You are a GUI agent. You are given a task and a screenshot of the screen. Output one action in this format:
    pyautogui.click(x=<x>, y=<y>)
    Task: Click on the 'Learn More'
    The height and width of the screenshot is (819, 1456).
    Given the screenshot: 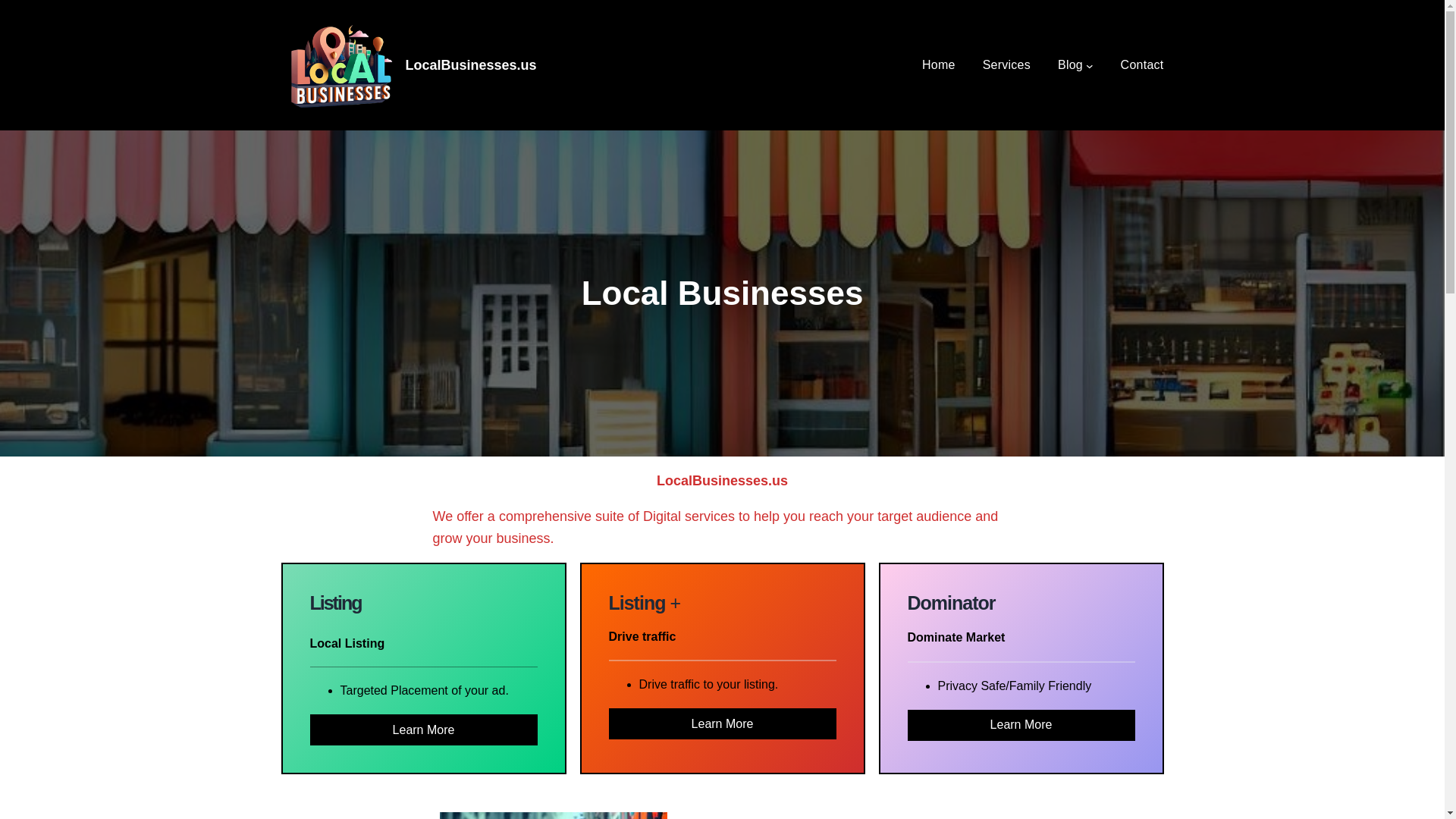 What is the action you would take?
    pyautogui.click(x=422, y=729)
    